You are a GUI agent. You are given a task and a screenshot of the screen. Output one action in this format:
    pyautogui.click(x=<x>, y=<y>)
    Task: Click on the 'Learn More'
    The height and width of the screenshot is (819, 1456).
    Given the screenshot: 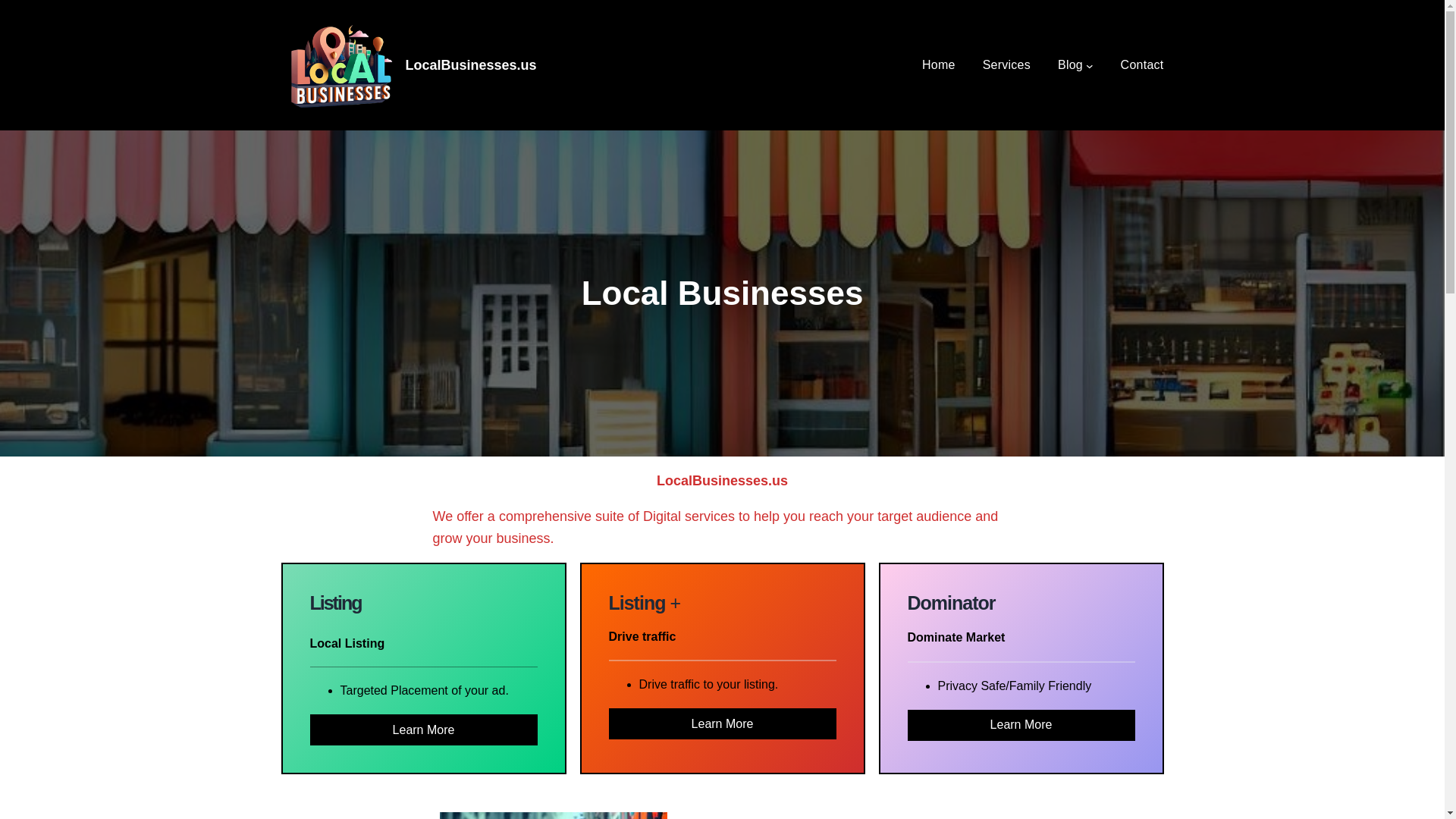 What is the action you would take?
    pyautogui.click(x=422, y=729)
    